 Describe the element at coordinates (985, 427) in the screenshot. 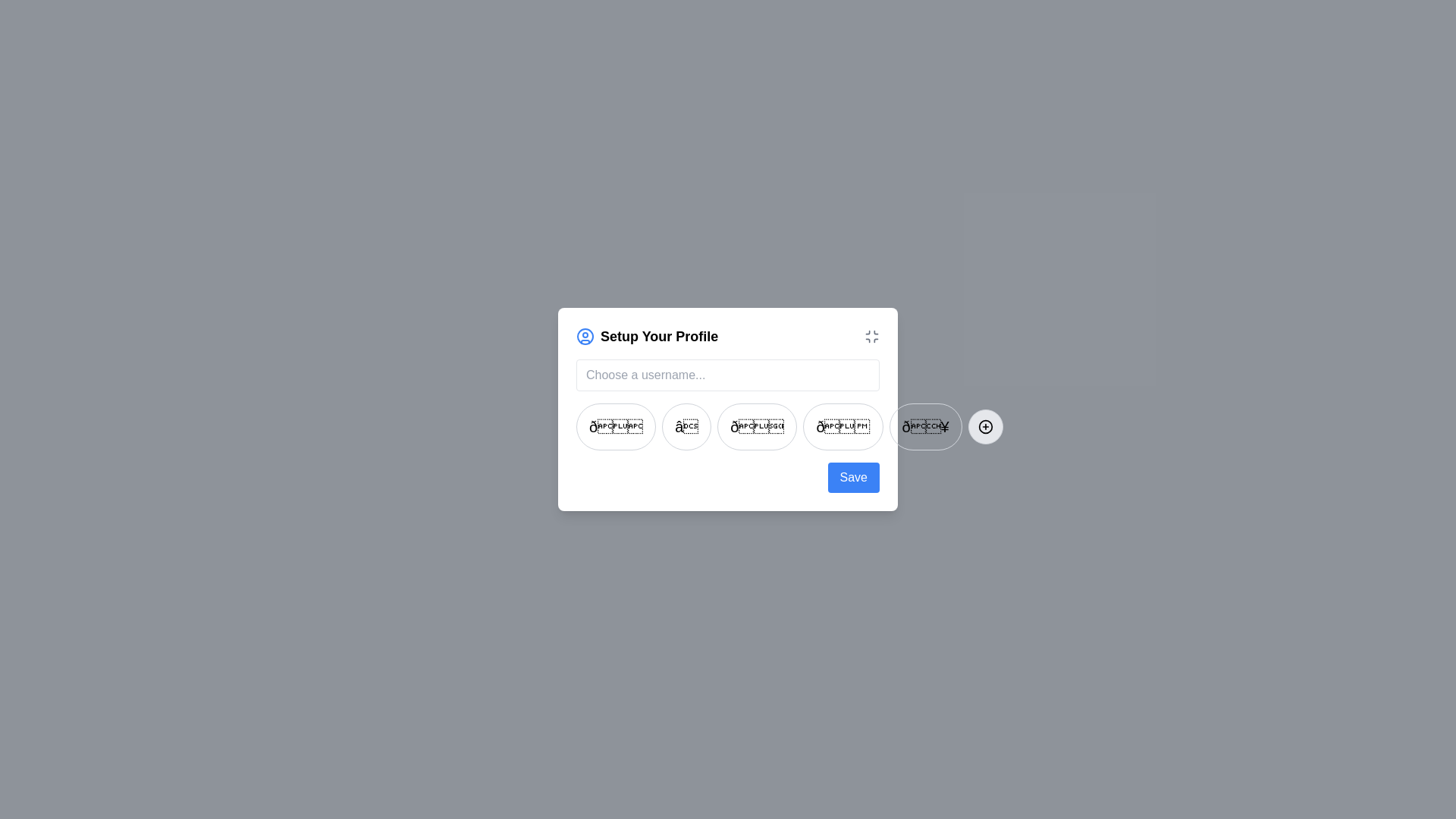

I see `the 'circle plus' icon which features a bold outline and a centrally aligned plus sign, located to the right of user profiles and next to the save button` at that location.